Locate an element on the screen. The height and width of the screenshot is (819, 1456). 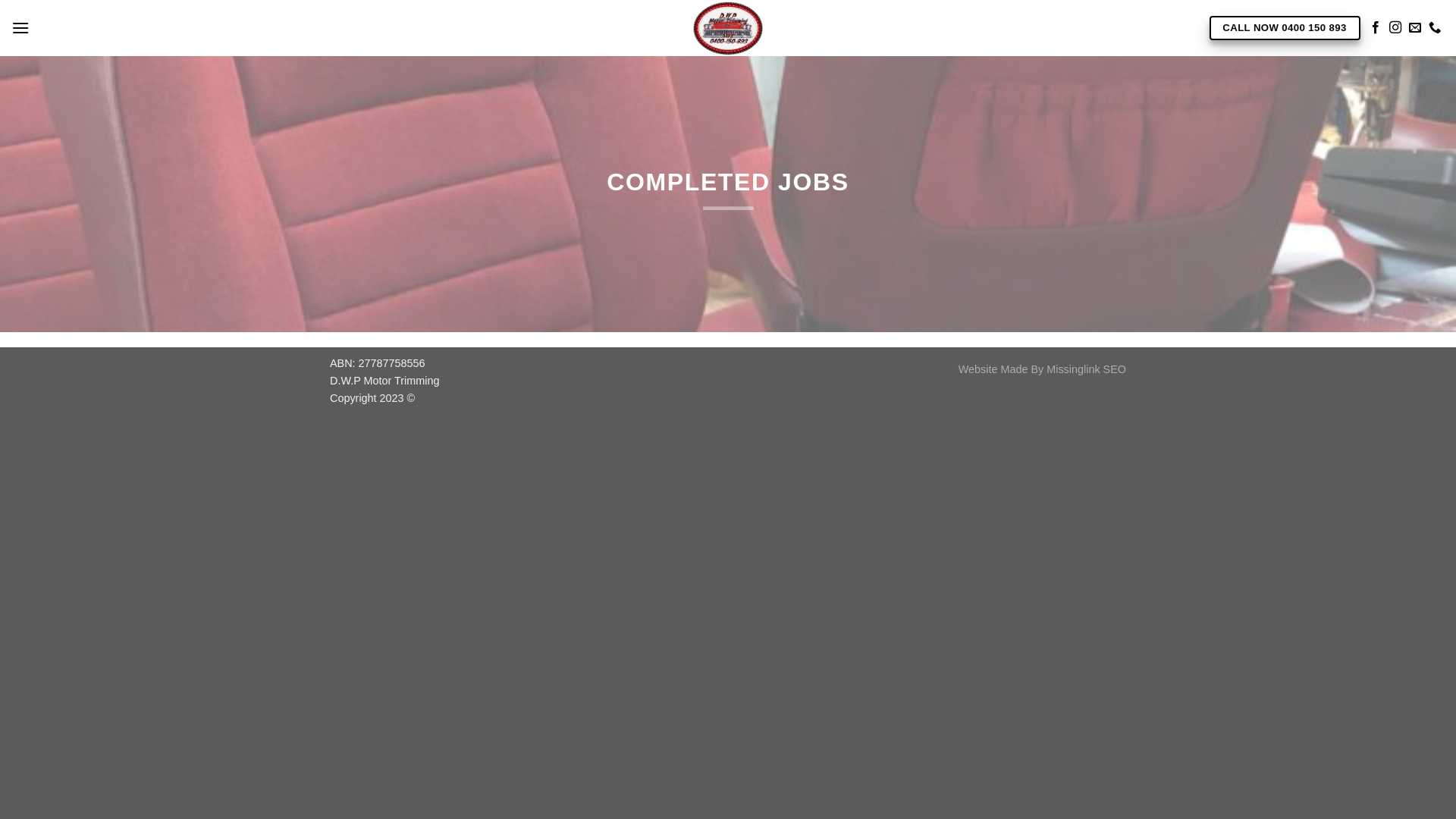
'CALL NOW 0400 150 893' is located at coordinates (1283, 28).